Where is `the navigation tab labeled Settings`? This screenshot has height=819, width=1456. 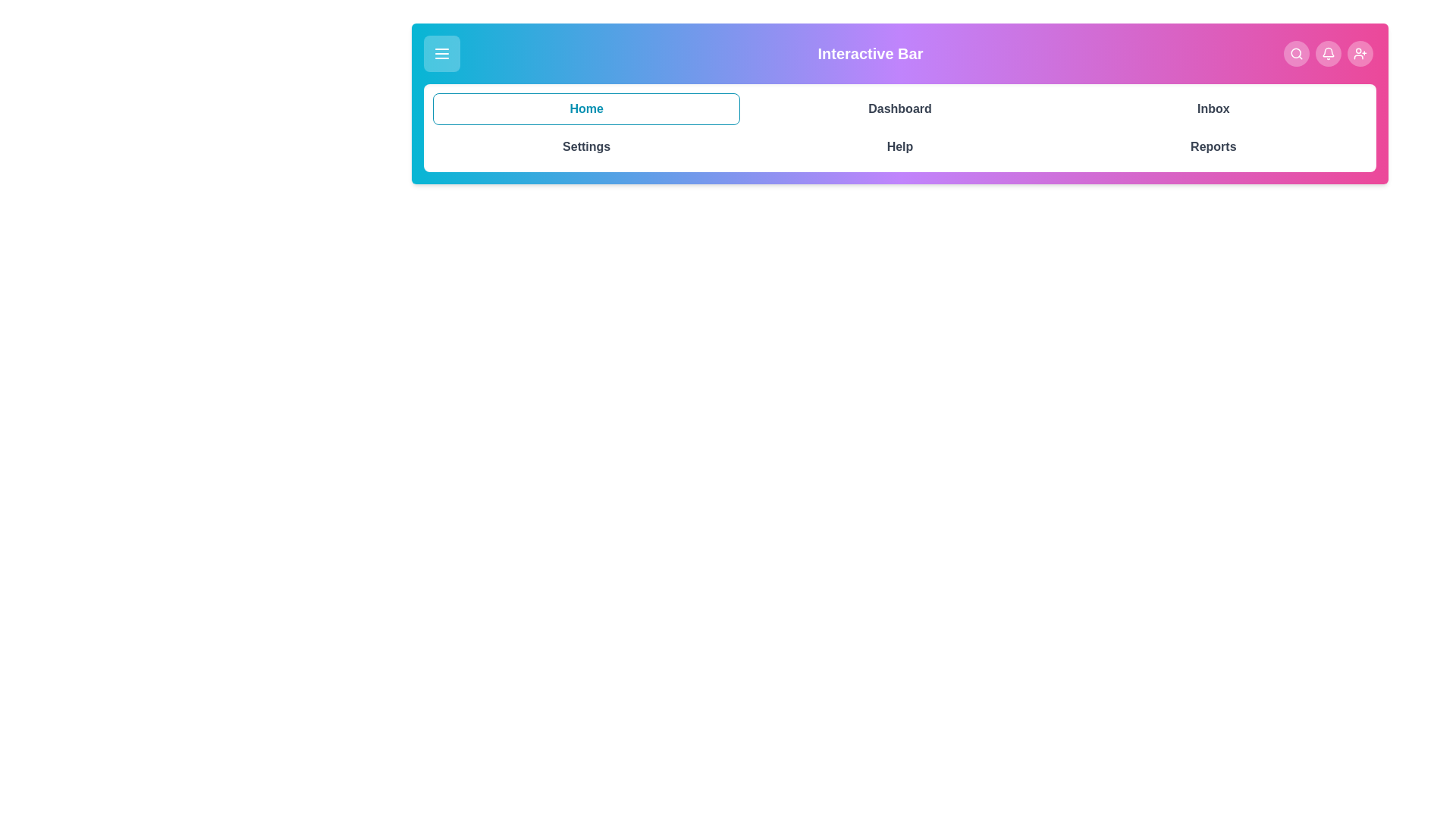
the navigation tab labeled Settings is located at coordinates (585, 146).